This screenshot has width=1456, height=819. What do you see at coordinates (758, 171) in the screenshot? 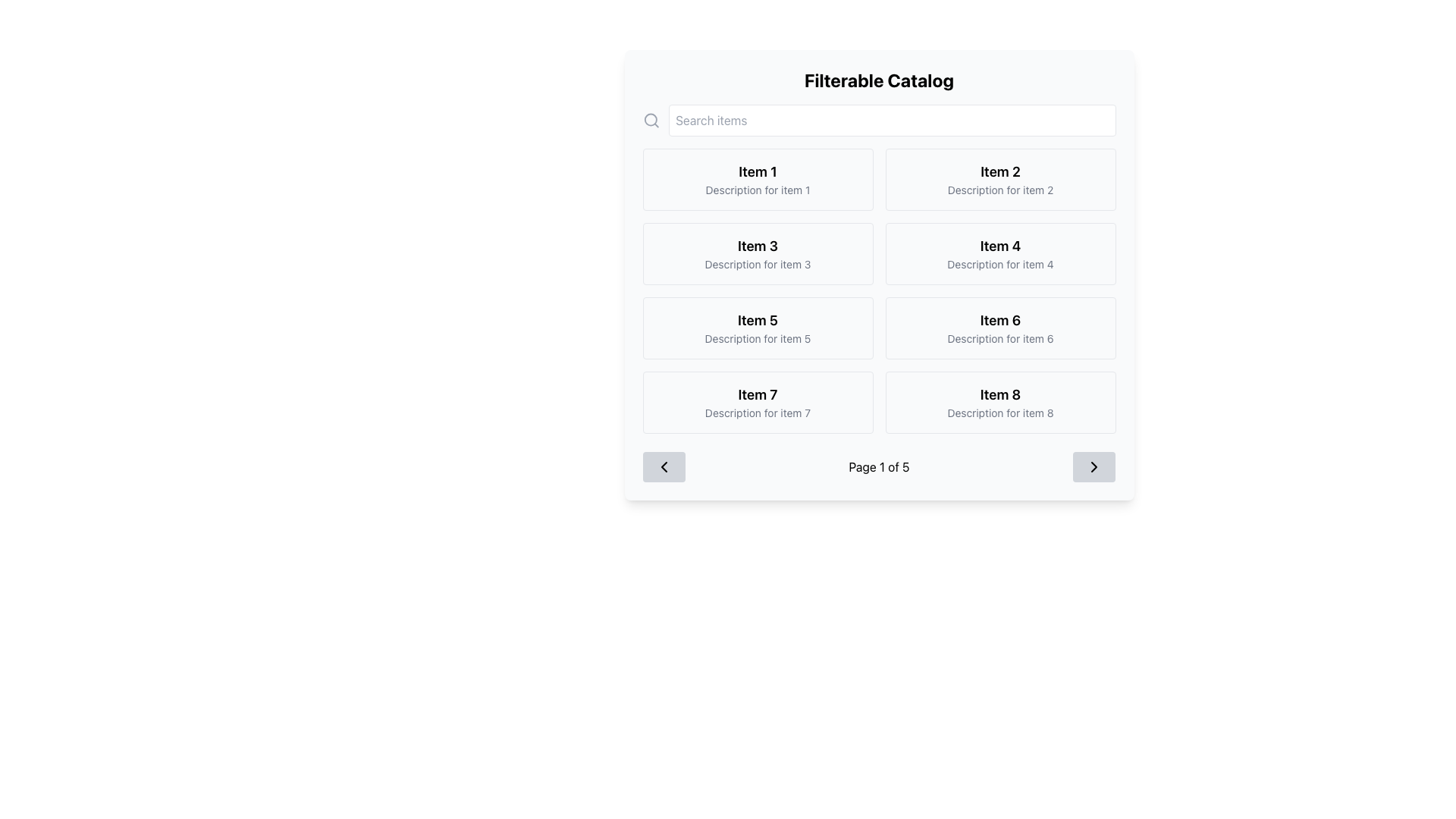
I see `the text label that serves as the title of the first item in the grid, located at the top-left corner of the catalog layout` at bounding box center [758, 171].